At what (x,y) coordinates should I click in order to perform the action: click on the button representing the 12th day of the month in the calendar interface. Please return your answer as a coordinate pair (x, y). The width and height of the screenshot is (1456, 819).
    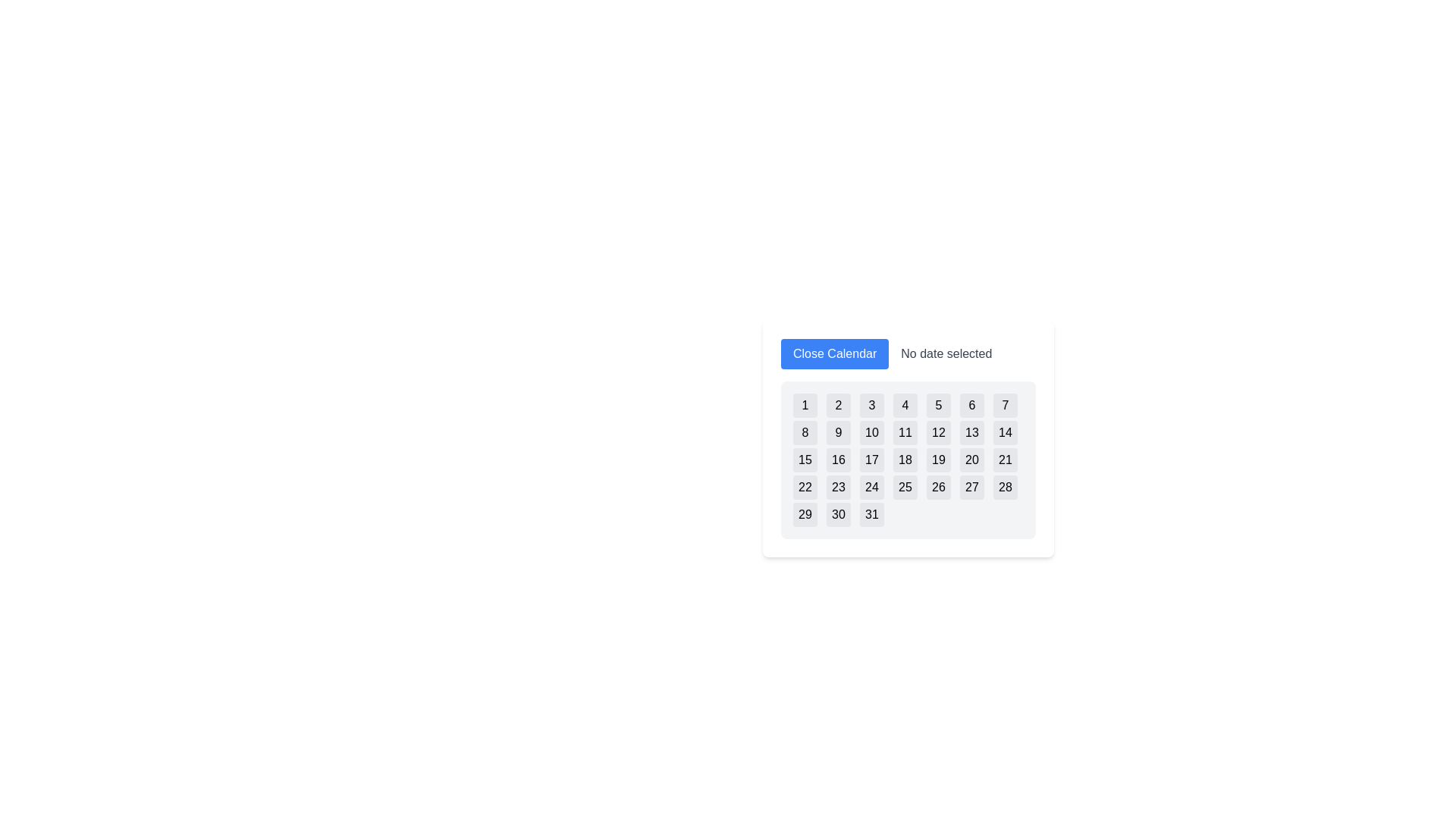
    Looking at the image, I should click on (938, 432).